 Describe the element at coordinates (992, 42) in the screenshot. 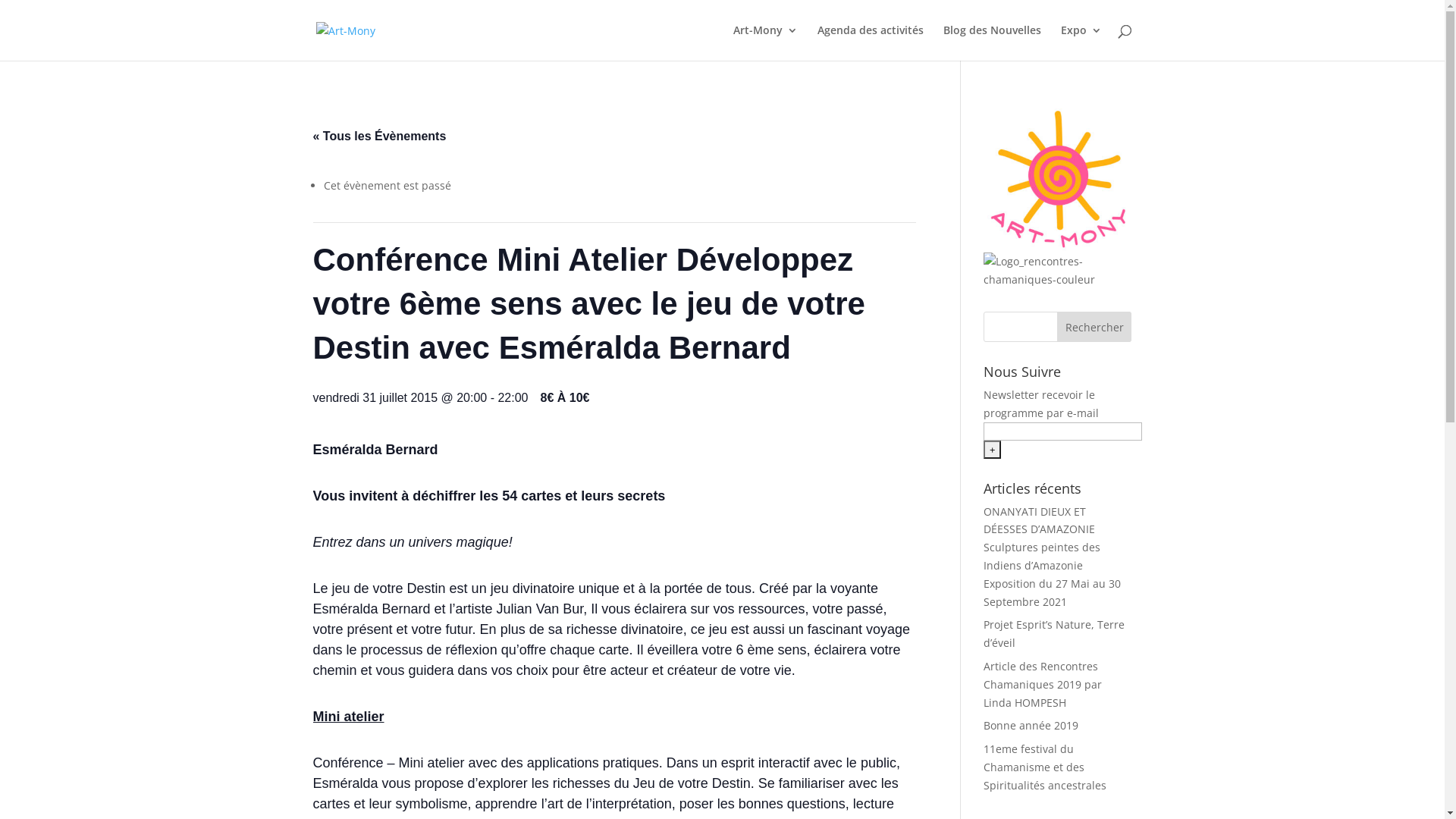

I see `'Blog des Nouvelles'` at that location.